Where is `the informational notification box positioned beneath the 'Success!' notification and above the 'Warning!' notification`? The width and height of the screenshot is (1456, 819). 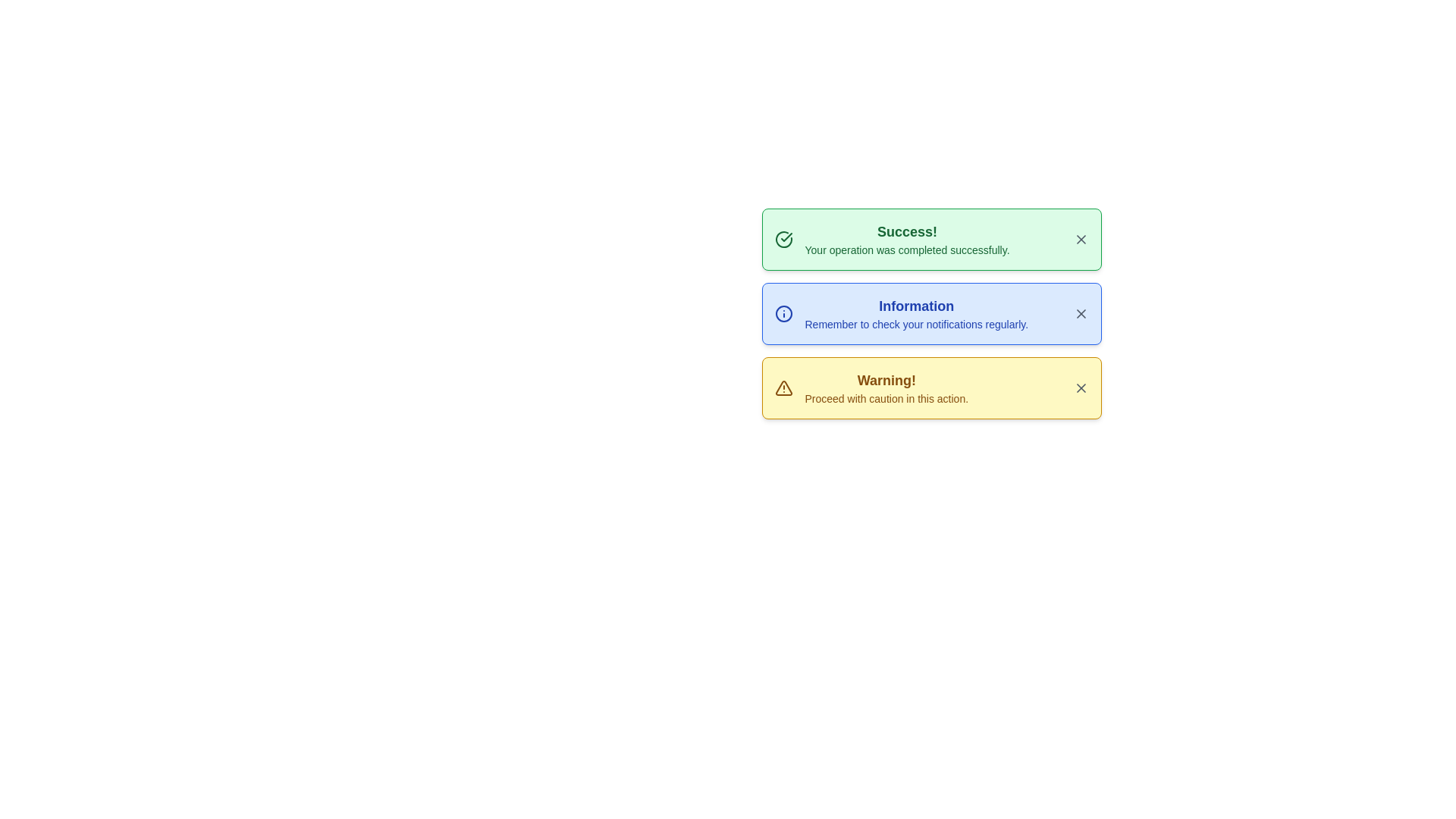 the informational notification box positioned beneath the 'Success!' notification and above the 'Warning!' notification is located at coordinates (930, 312).